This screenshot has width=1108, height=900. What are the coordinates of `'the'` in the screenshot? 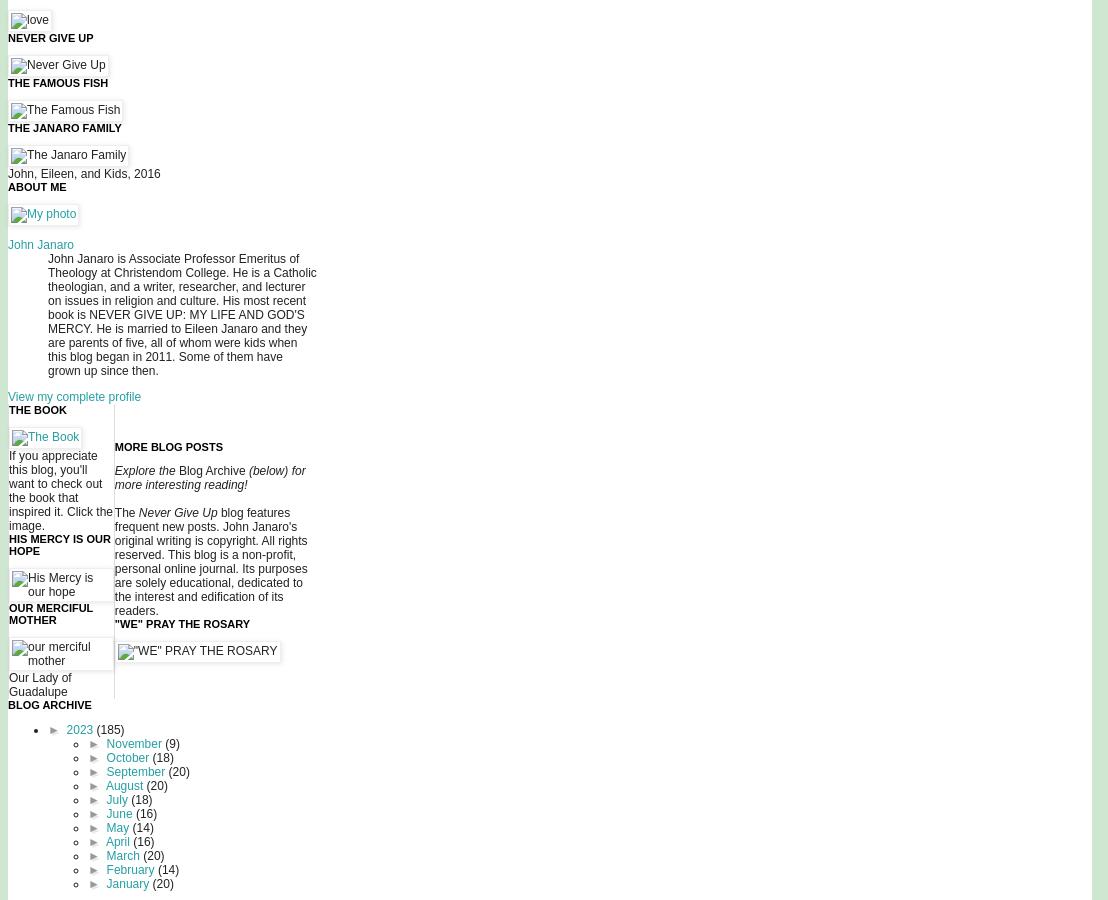 It's located at (166, 468).